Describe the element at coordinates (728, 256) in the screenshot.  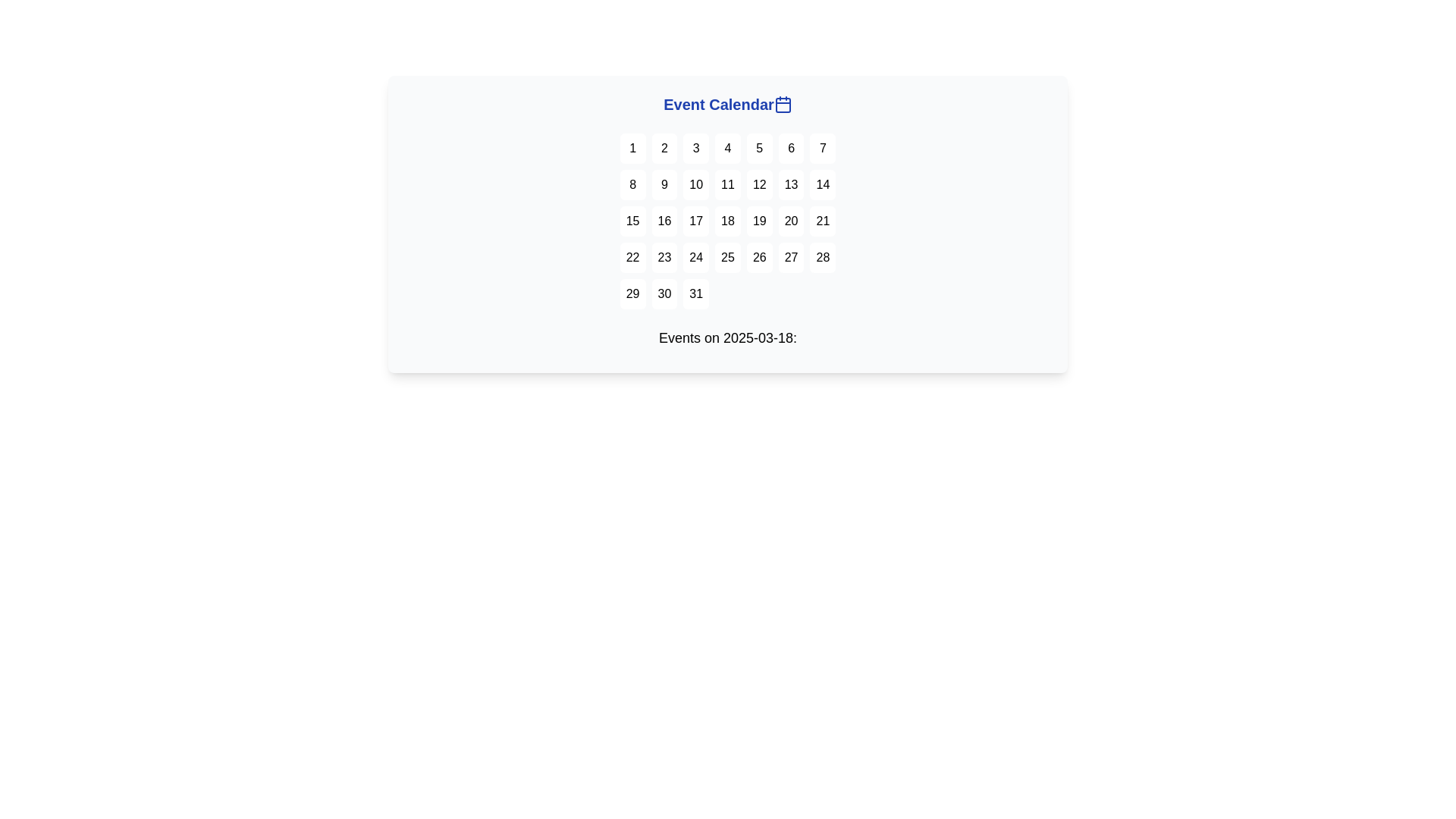
I see `the selectable date button in the calendar interface` at that location.